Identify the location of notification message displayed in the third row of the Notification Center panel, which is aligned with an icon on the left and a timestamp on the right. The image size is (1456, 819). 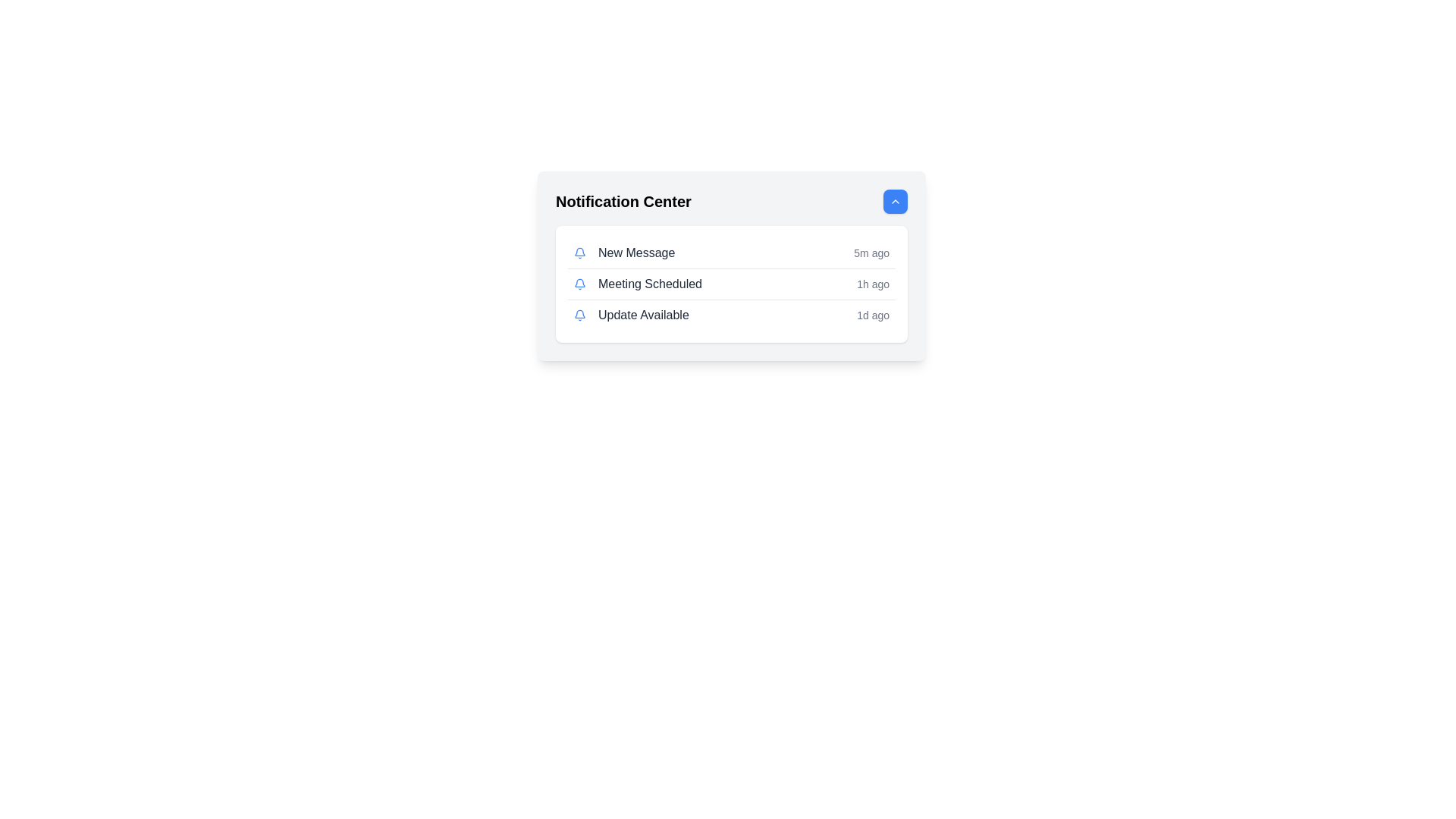
(643, 315).